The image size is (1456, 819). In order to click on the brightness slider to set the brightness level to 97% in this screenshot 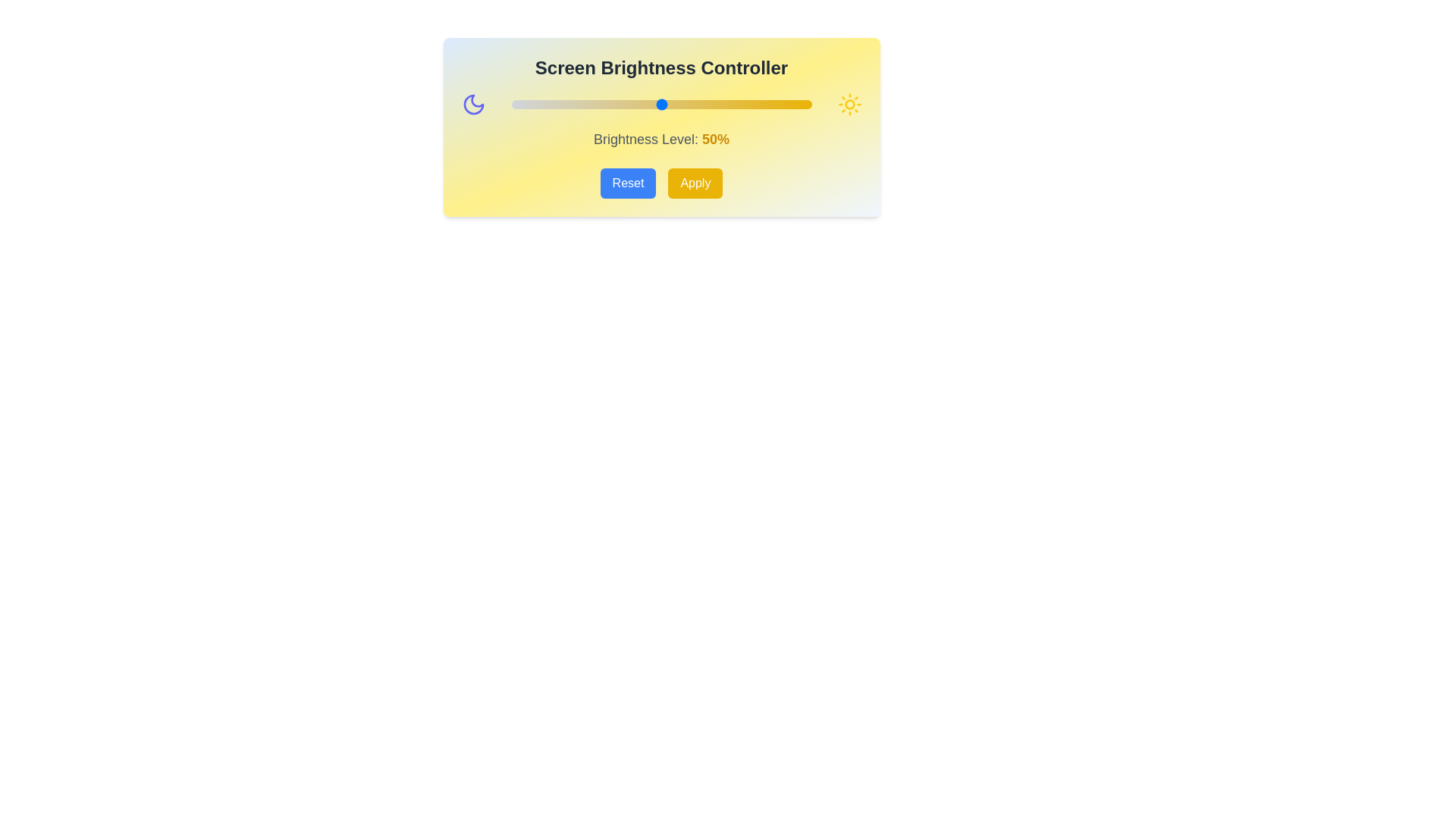, I will do `click(802, 104)`.